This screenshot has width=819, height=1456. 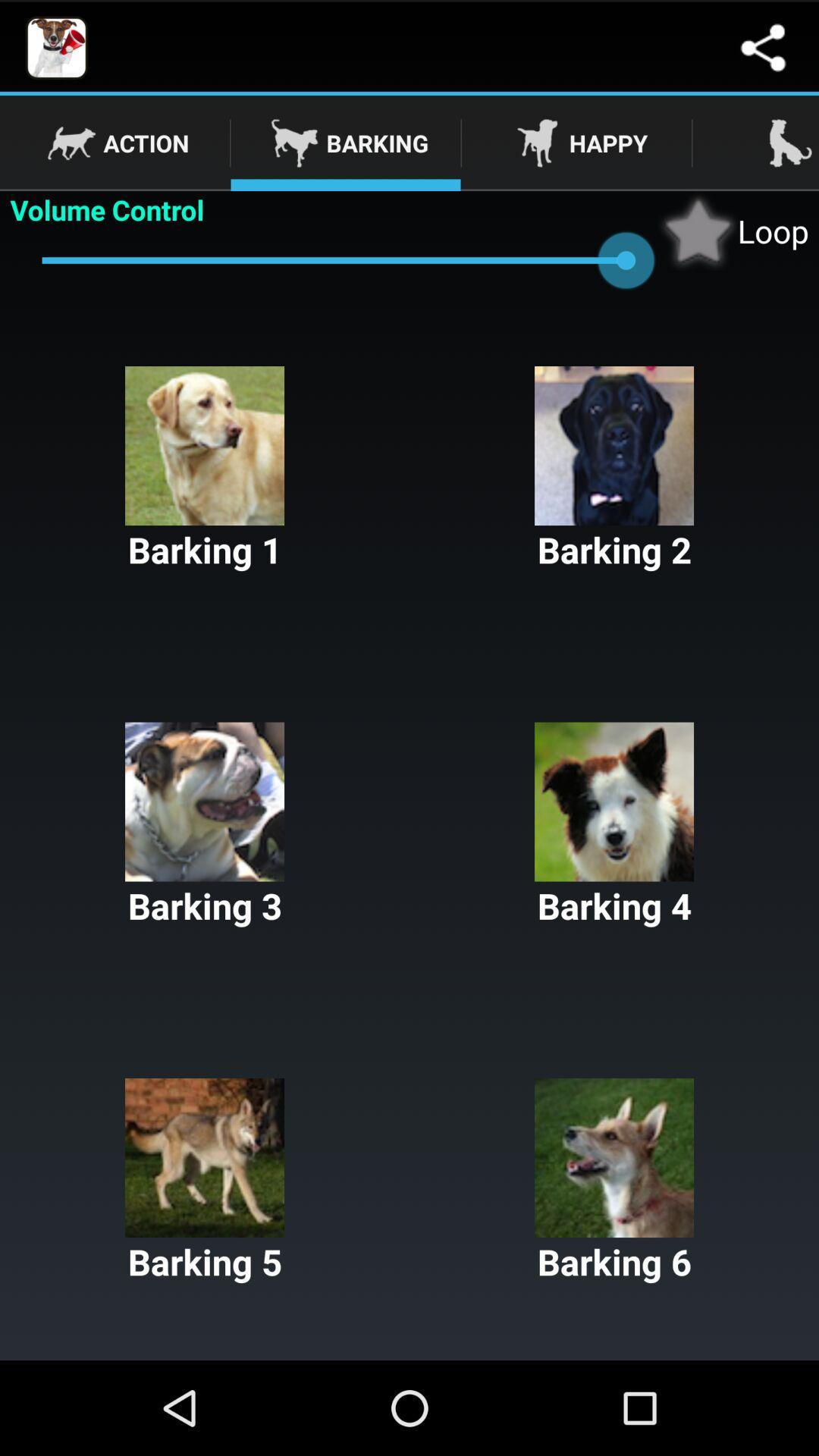 What do you see at coordinates (205, 1181) in the screenshot?
I see `the icon to the left of barking 6` at bounding box center [205, 1181].